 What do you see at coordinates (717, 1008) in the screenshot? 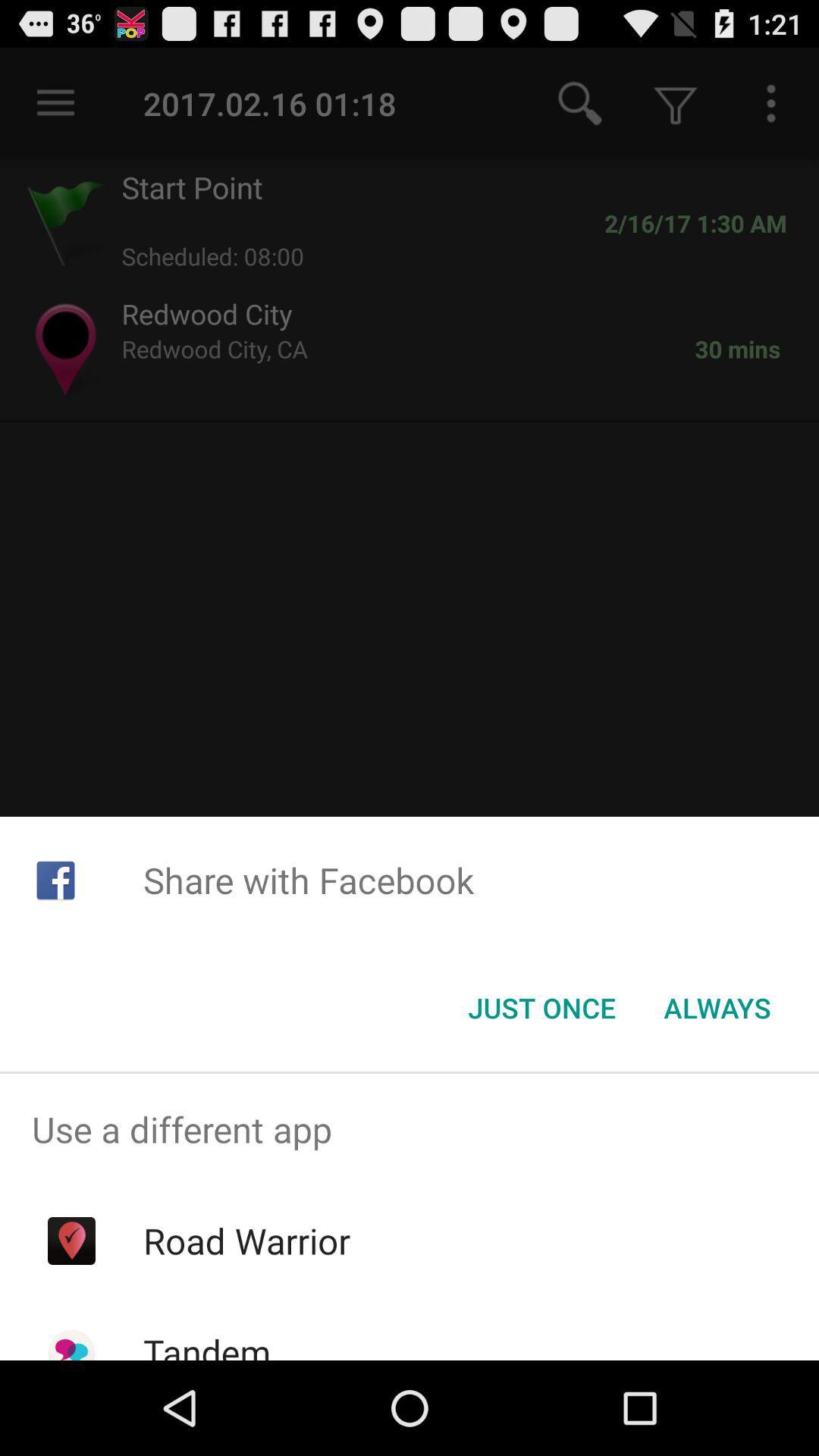
I see `item below share with facebook` at bounding box center [717, 1008].